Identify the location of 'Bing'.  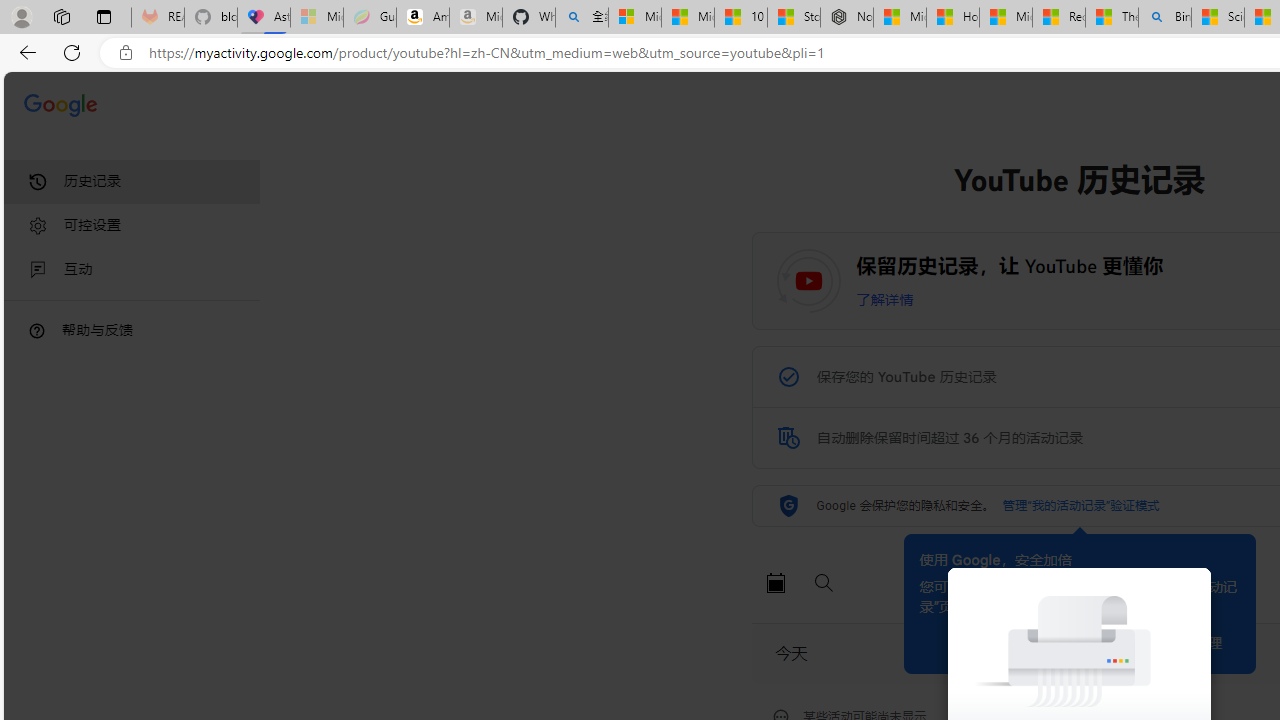
(1165, 17).